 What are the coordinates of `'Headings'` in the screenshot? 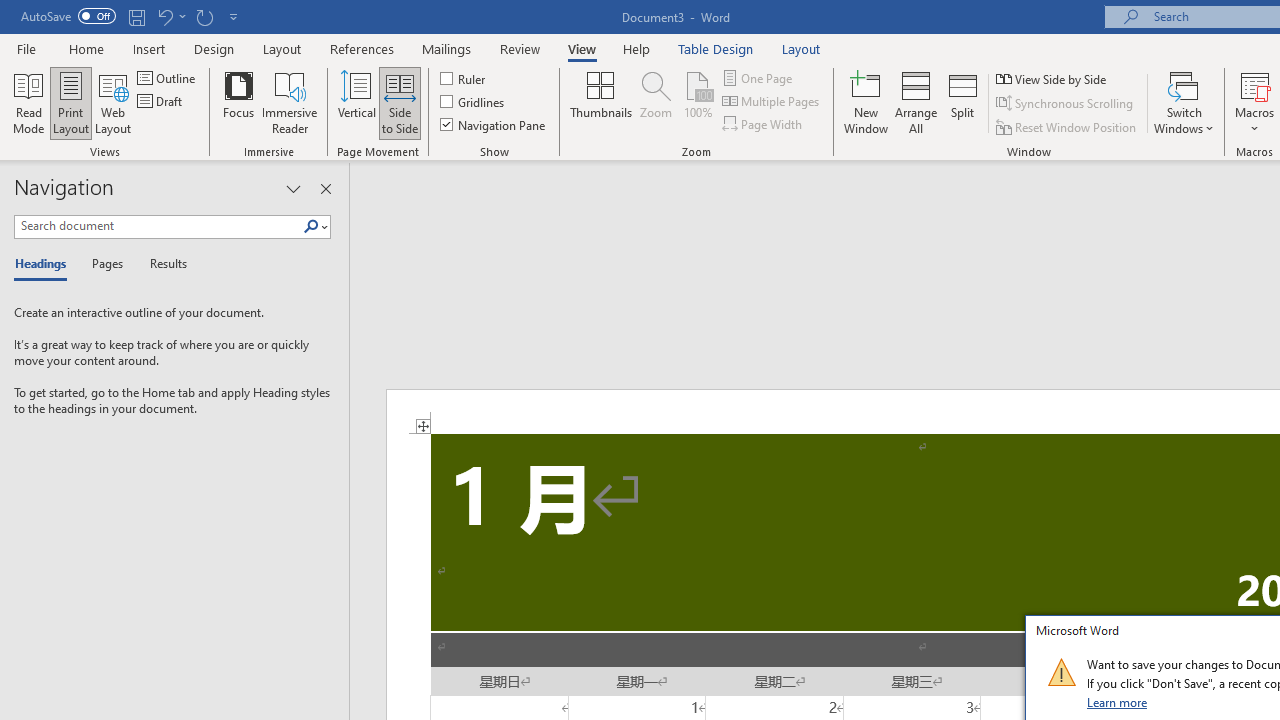 It's located at (45, 264).